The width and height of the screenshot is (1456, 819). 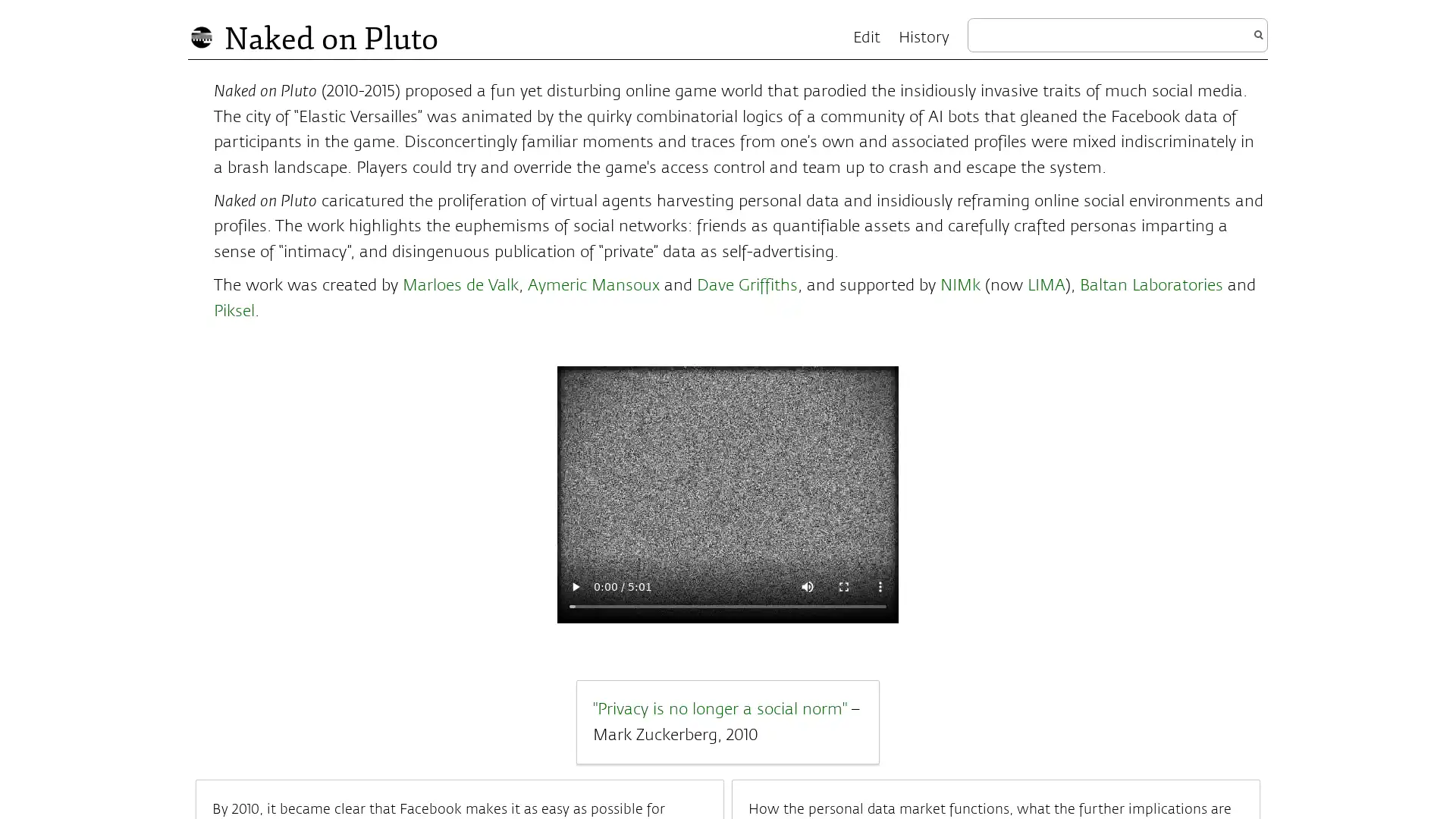 What do you see at coordinates (880, 585) in the screenshot?
I see `show more media controls` at bounding box center [880, 585].